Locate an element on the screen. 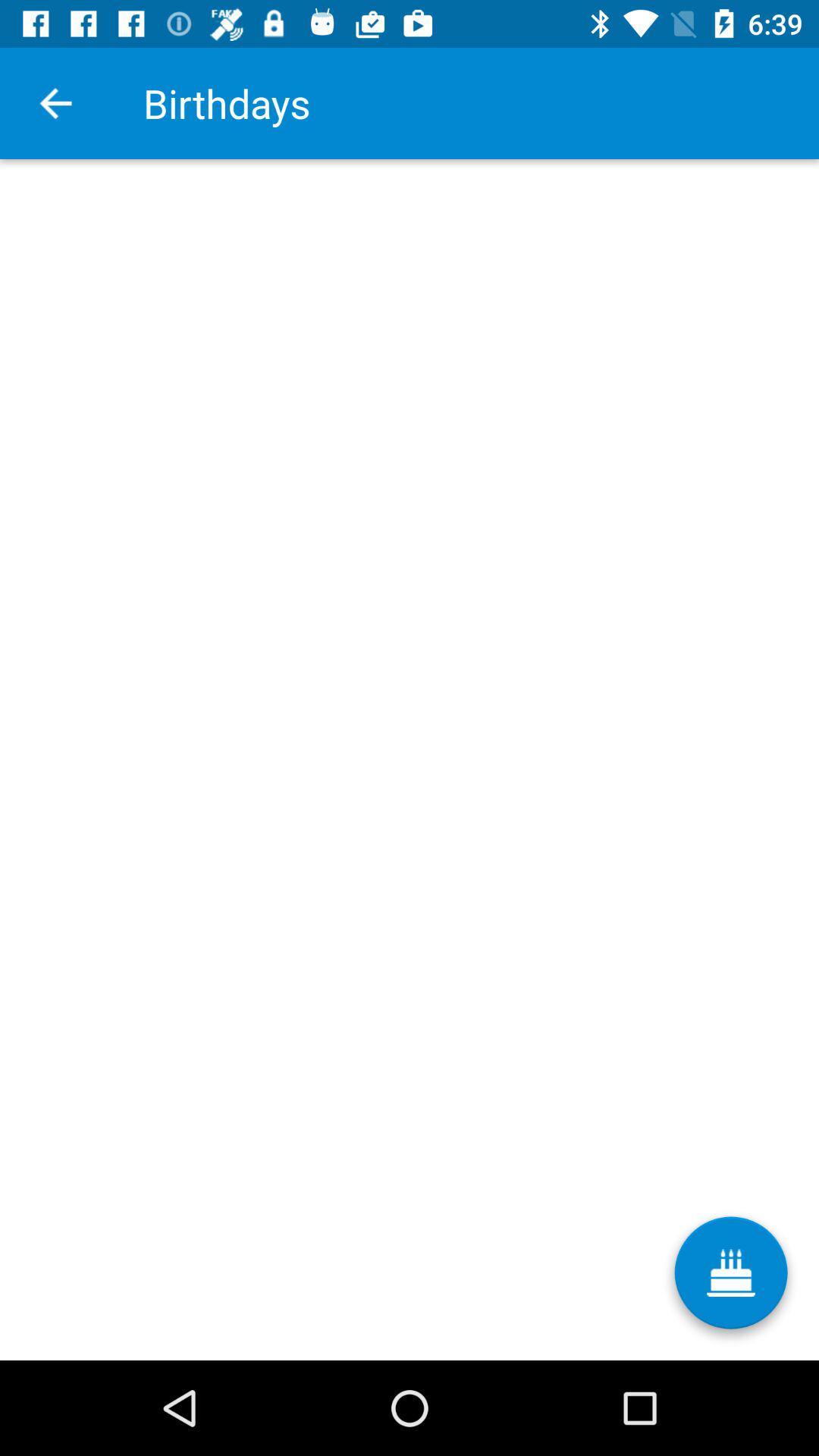 The image size is (819, 1456). icon next to the birthdays is located at coordinates (55, 102).